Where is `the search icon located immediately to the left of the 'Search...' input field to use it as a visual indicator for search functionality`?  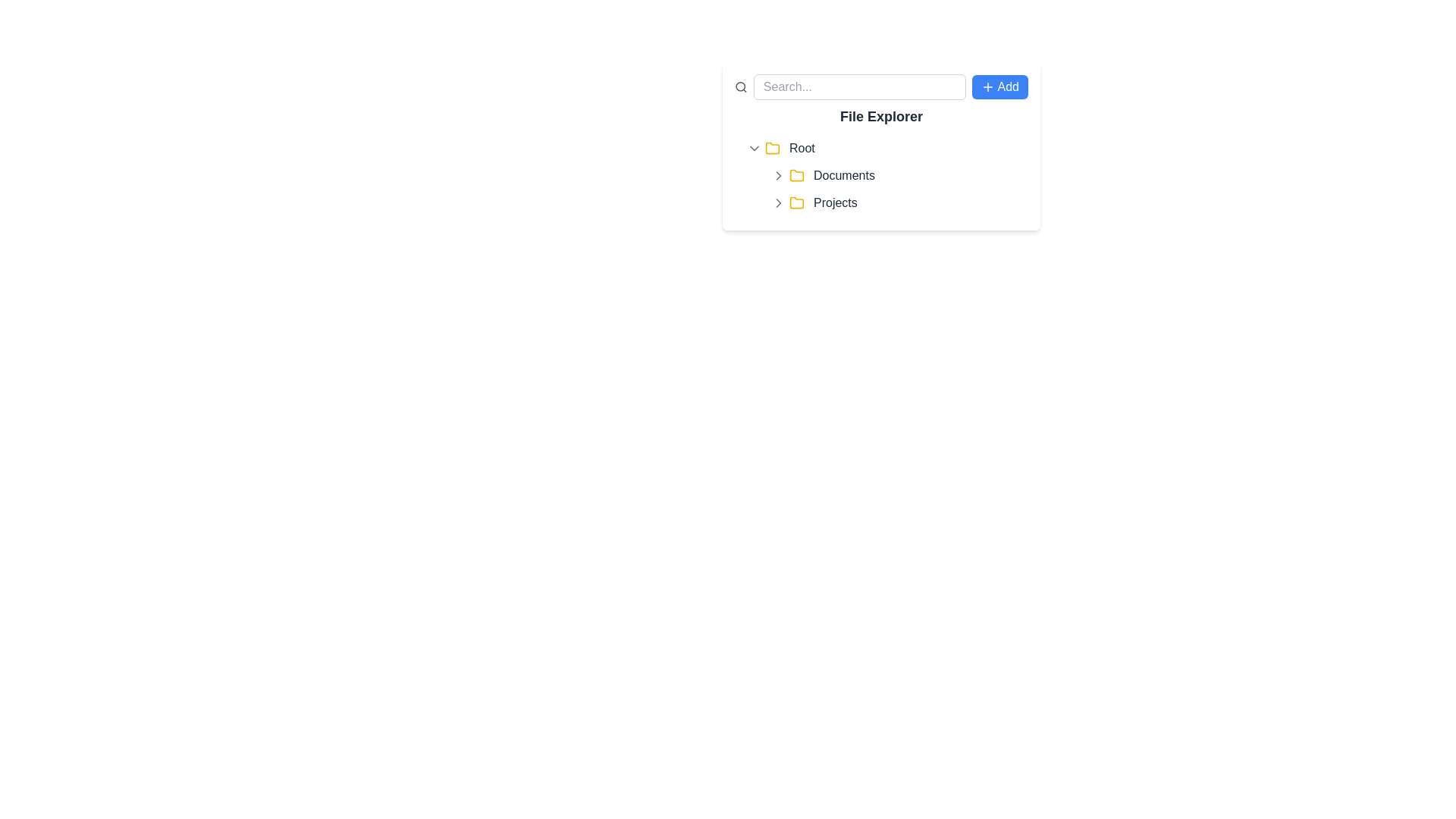 the search icon located immediately to the left of the 'Search...' input field to use it as a visual indicator for search functionality is located at coordinates (741, 87).